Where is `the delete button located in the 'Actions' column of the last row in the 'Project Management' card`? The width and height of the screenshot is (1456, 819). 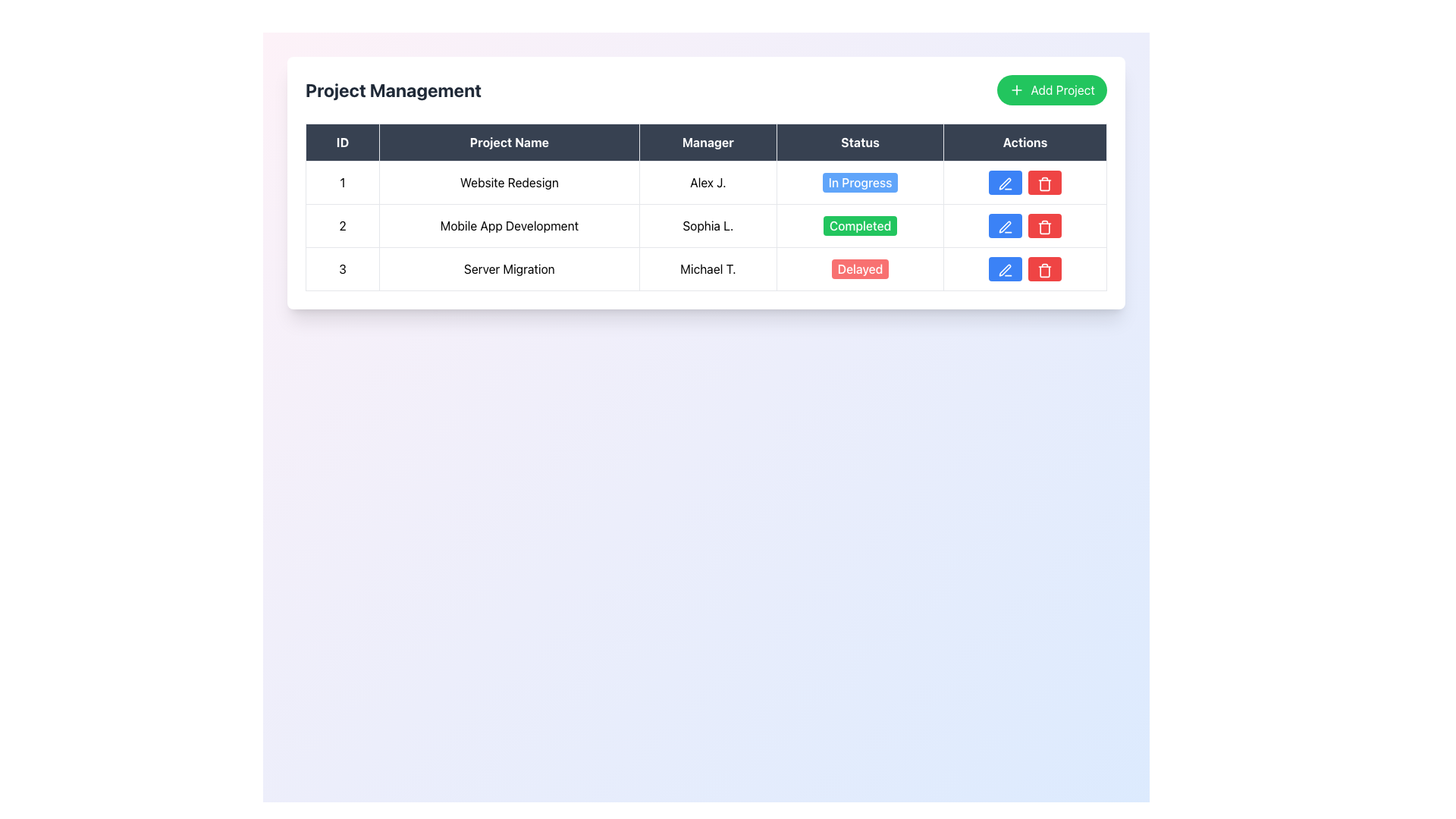 the delete button located in the 'Actions' column of the last row in the 'Project Management' card is located at coordinates (1043, 181).